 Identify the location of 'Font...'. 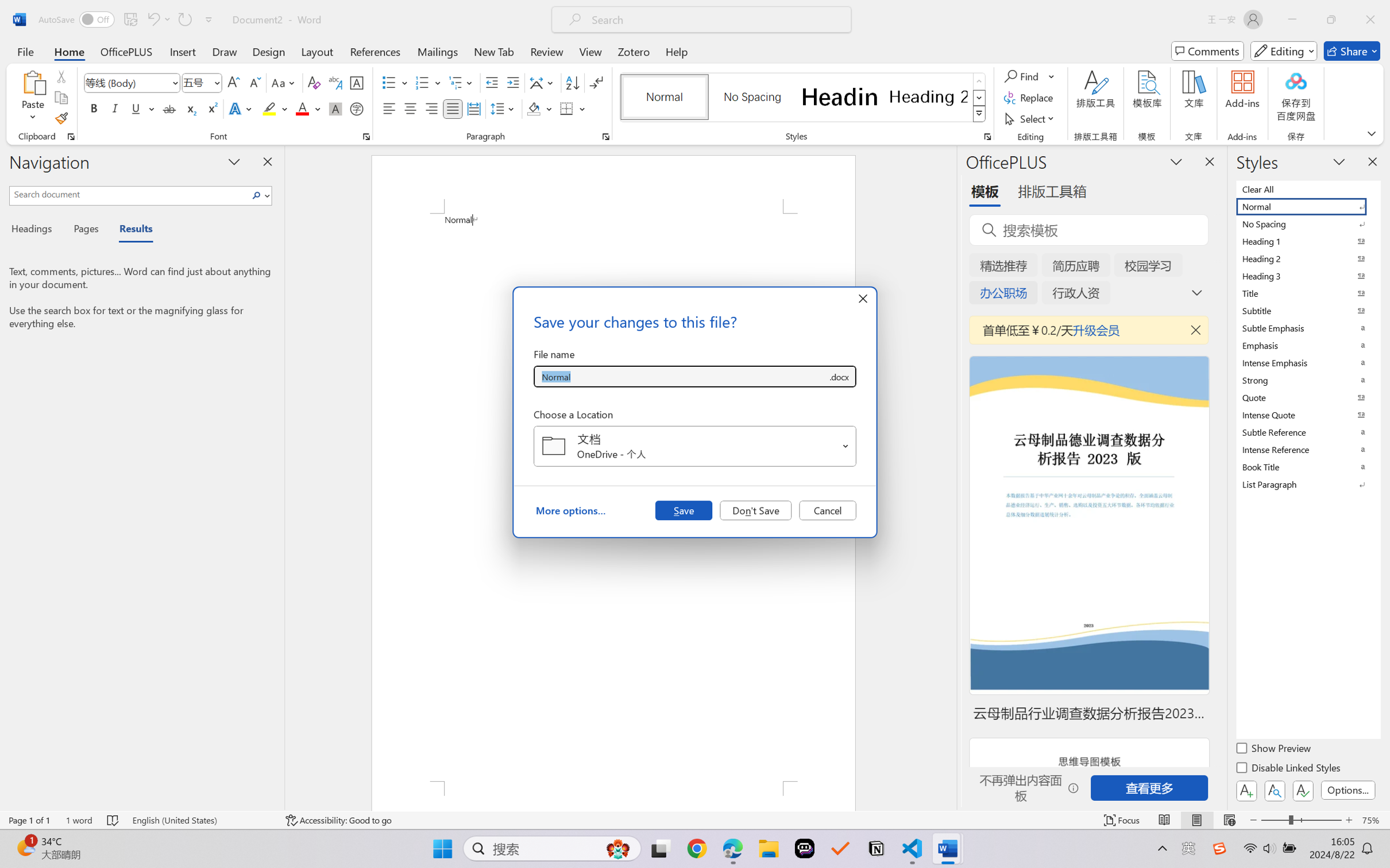
(366, 136).